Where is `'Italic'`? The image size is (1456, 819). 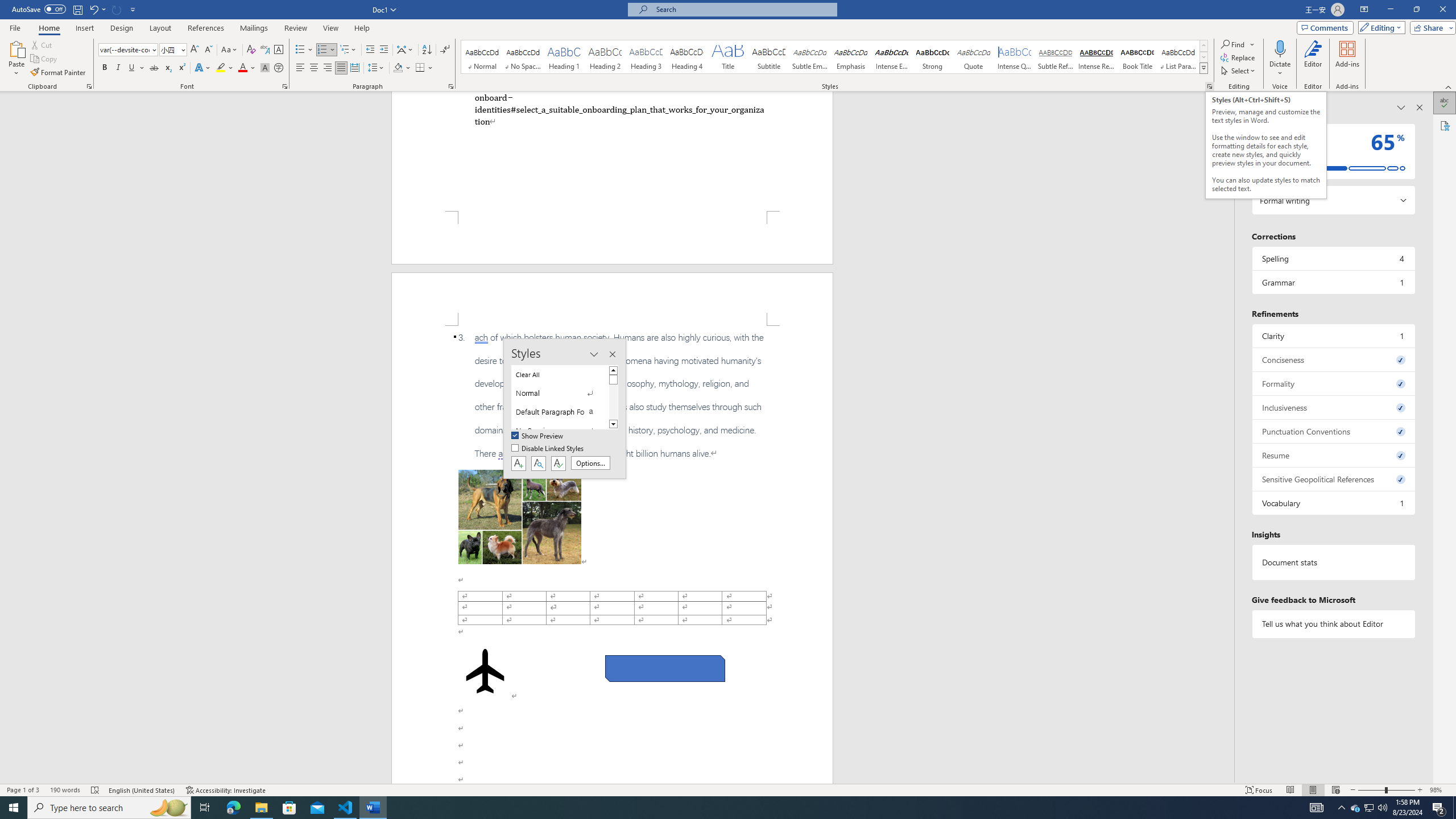 'Italic' is located at coordinates (118, 67).